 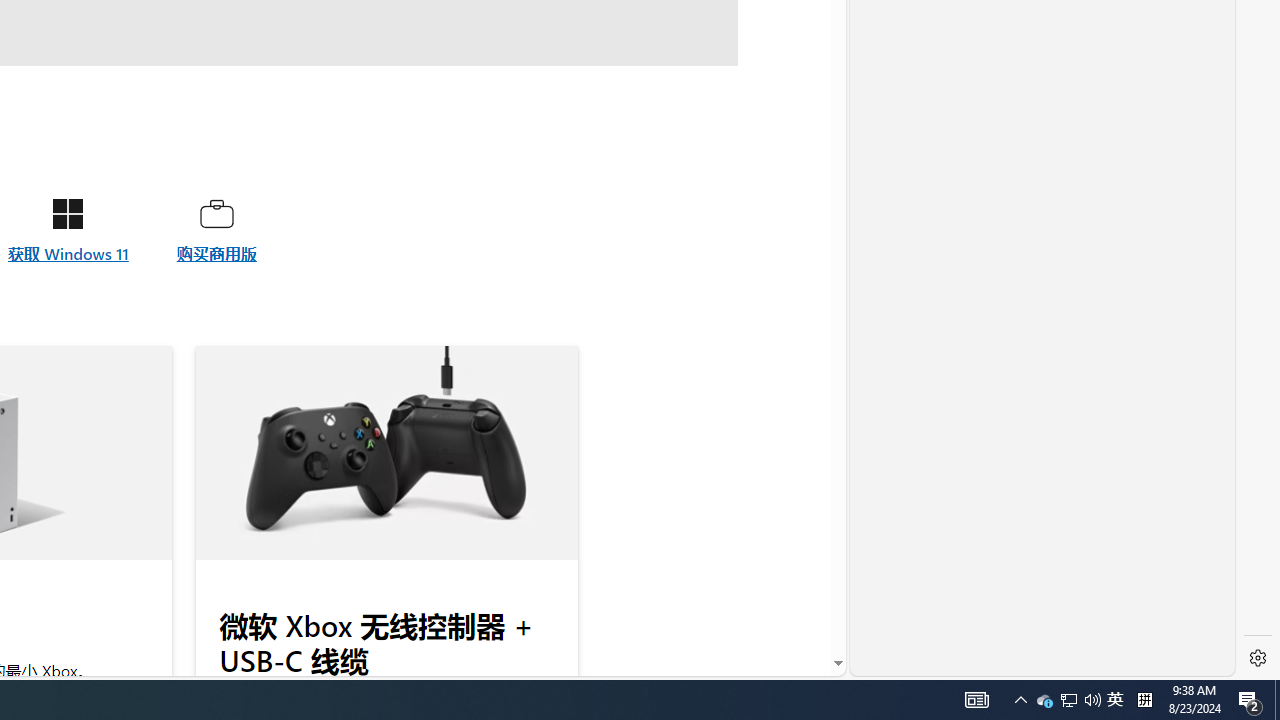 I want to click on 'A pair of Xbox Wireless Controllers with USB-C Cable.', so click(x=386, y=453).